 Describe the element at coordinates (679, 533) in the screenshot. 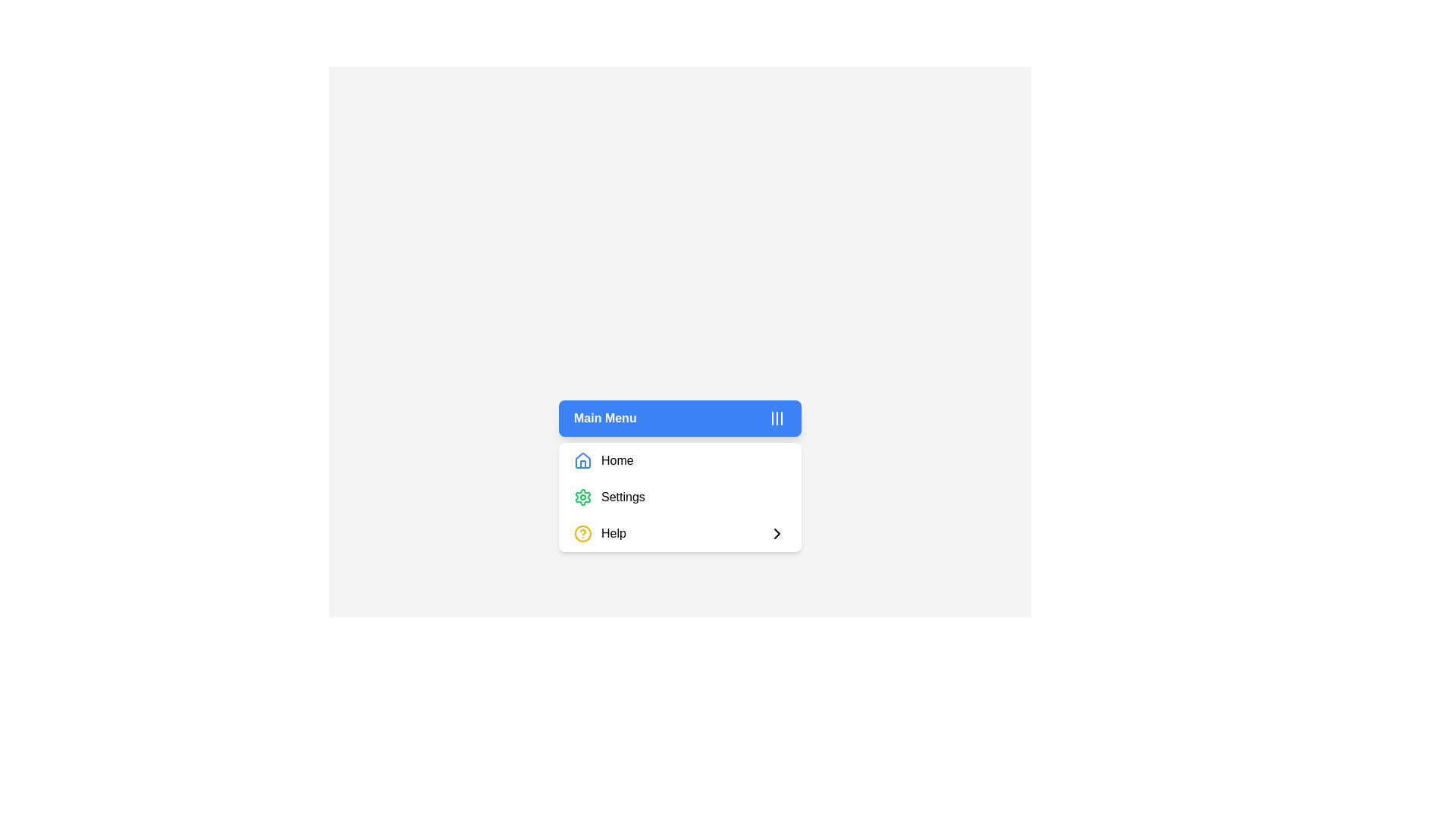

I see `the third item in the vertical list of navigation options` at that location.